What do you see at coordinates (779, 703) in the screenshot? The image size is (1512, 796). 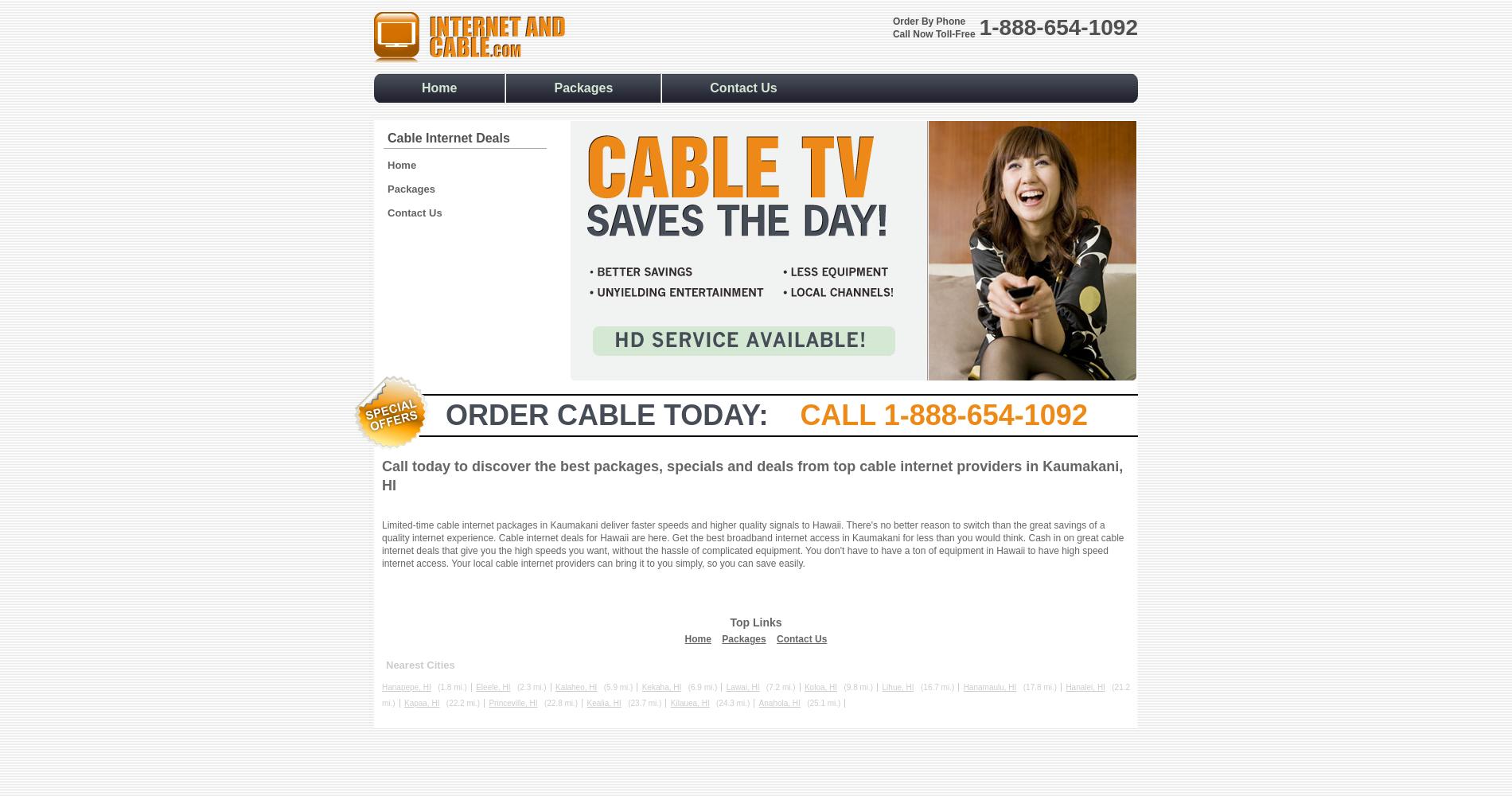 I see `'Anahola, HI'` at bounding box center [779, 703].